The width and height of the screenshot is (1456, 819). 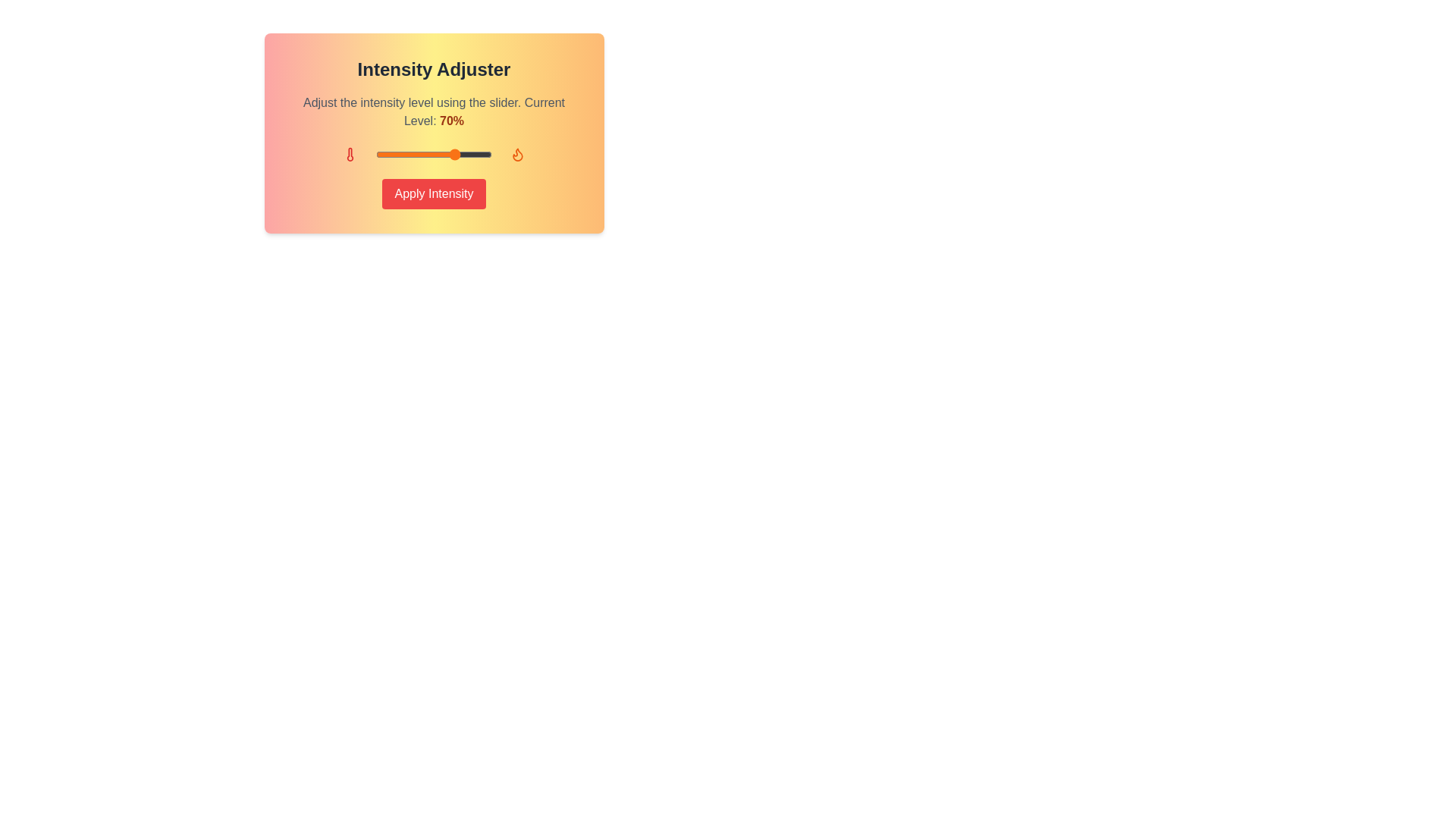 What do you see at coordinates (433, 193) in the screenshot?
I see `'Apply Intensity' button to submit the current intensity` at bounding box center [433, 193].